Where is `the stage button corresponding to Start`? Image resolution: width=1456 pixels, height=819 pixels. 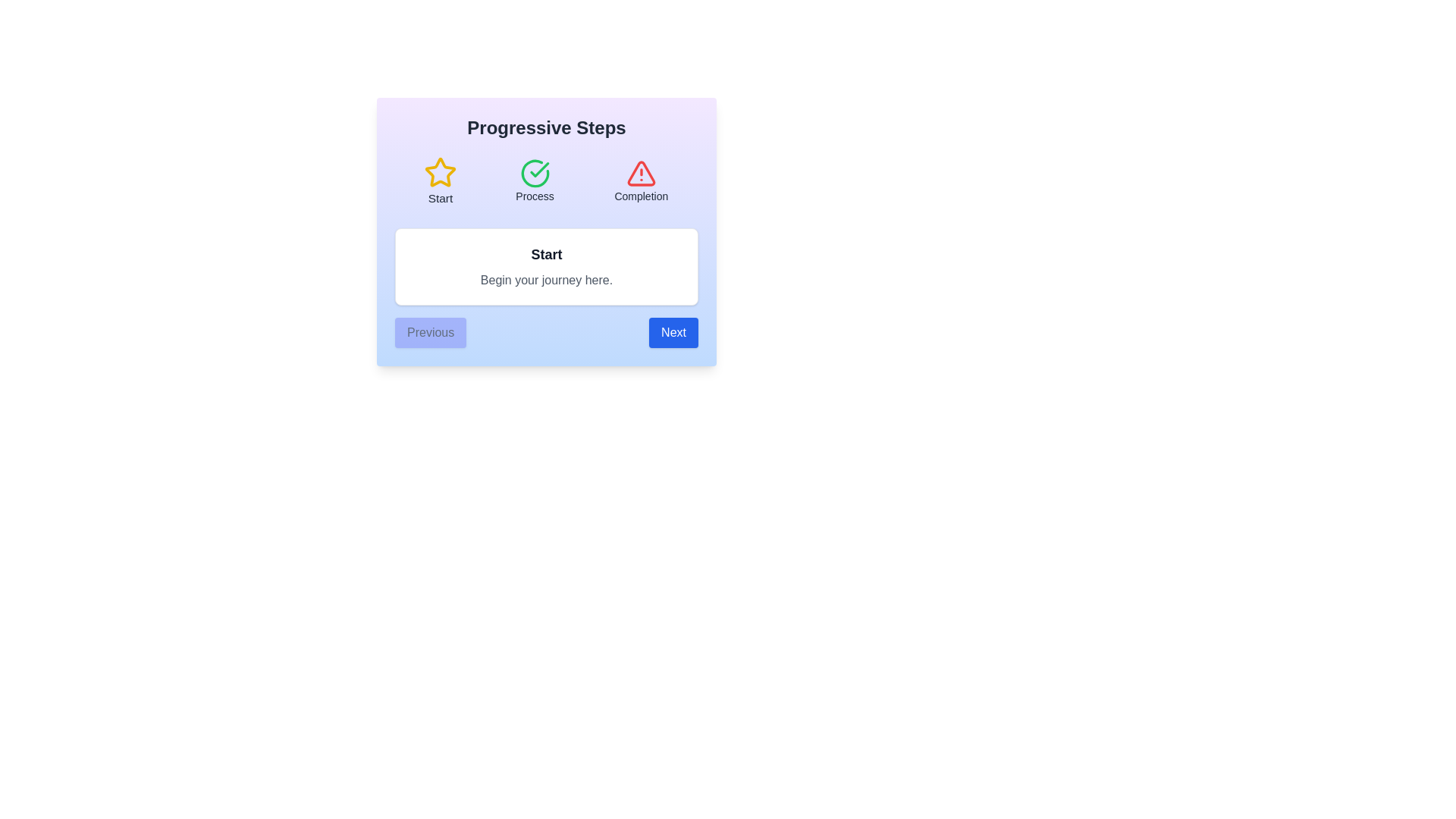
the stage button corresponding to Start is located at coordinates (439, 180).